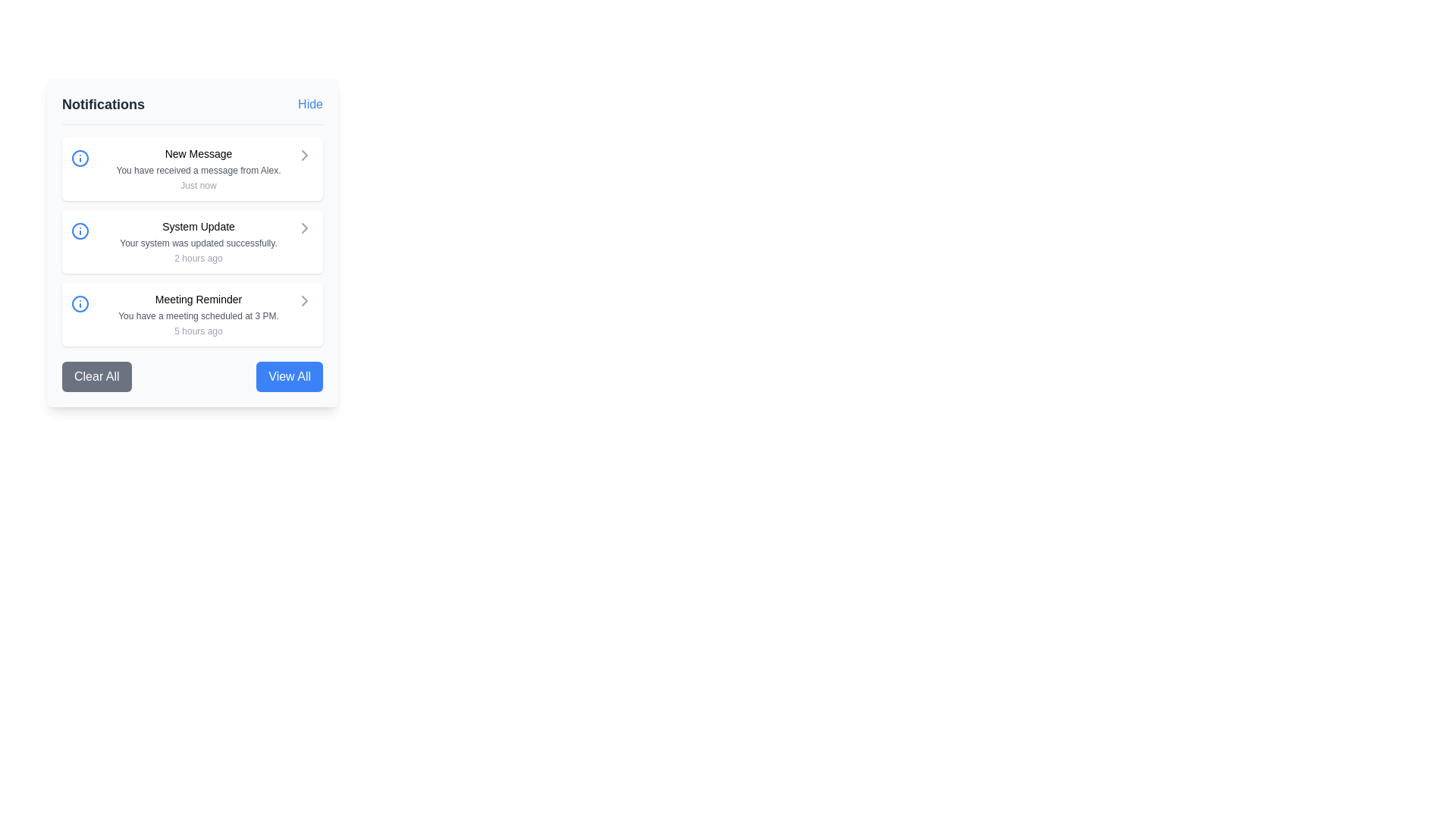 The height and width of the screenshot is (819, 1456). I want to click on message content from the Text Label located beneath the 'New Message' heading in the Notifications panel, so click(198, 170).